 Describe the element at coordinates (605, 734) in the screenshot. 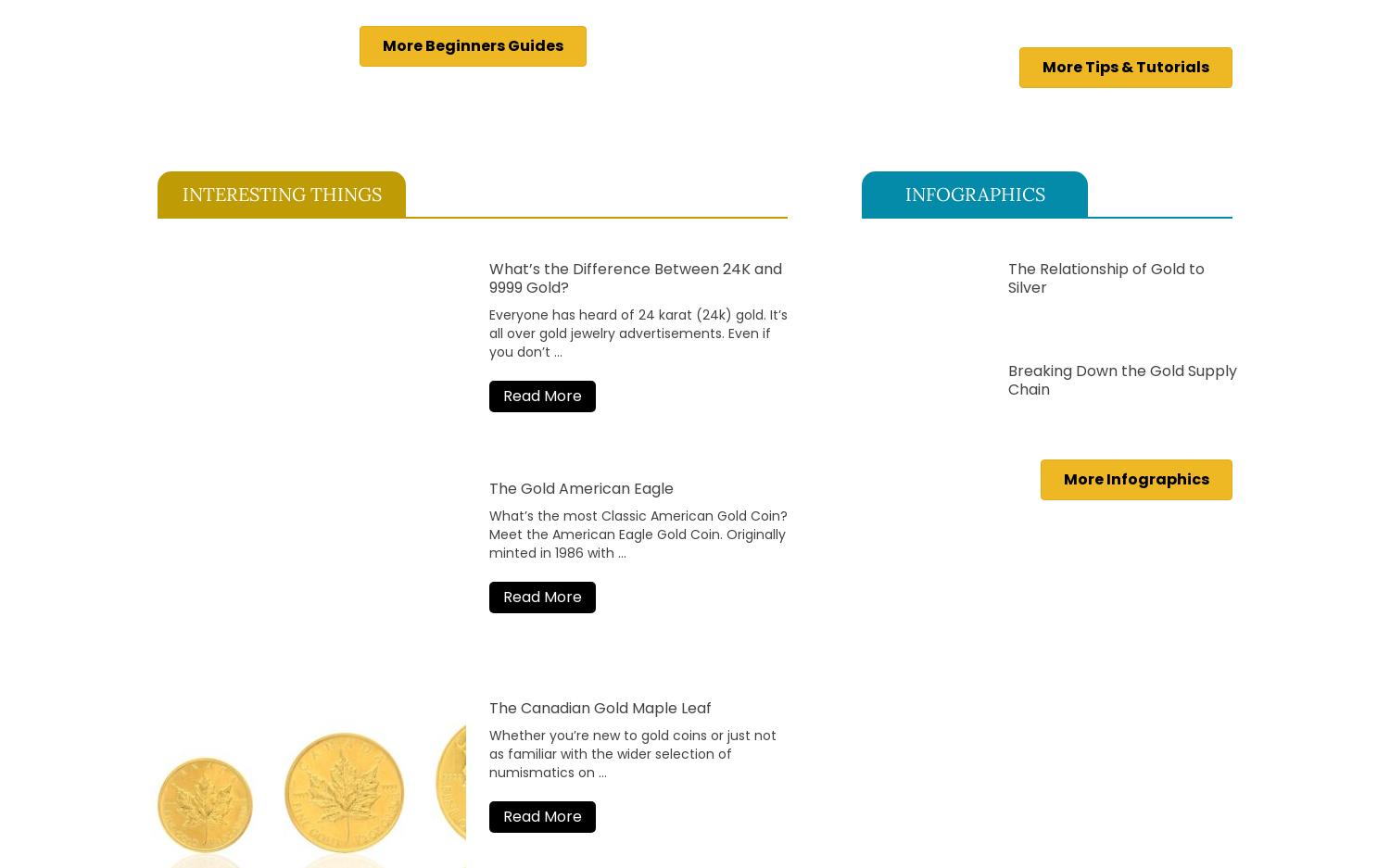

I see `'new'` at that location.